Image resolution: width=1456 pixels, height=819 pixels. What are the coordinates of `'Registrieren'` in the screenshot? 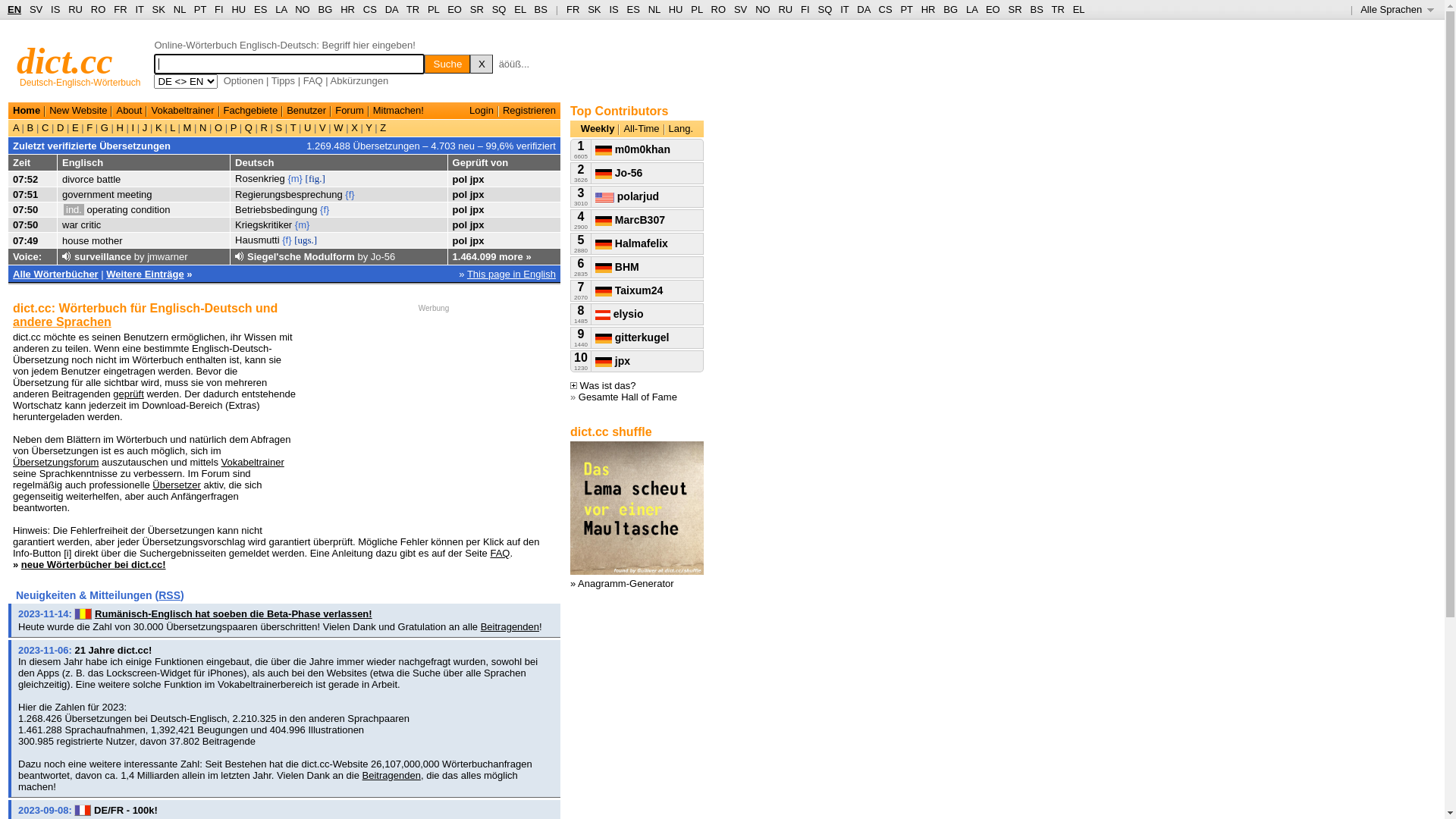 It's located at (502, 109).